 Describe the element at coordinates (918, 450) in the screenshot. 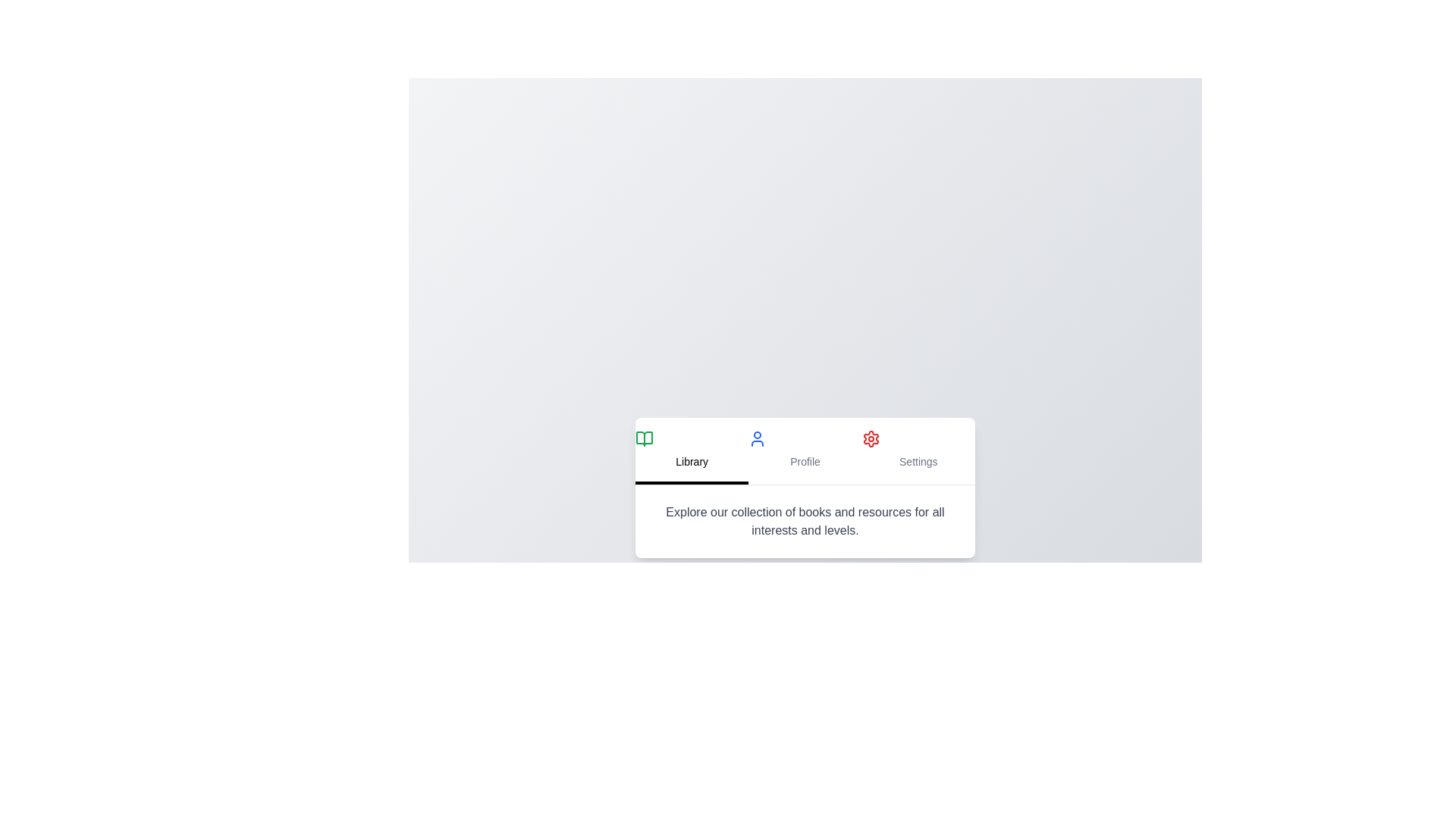

I see `the Settings tab by clicking on its respective button` at that location.